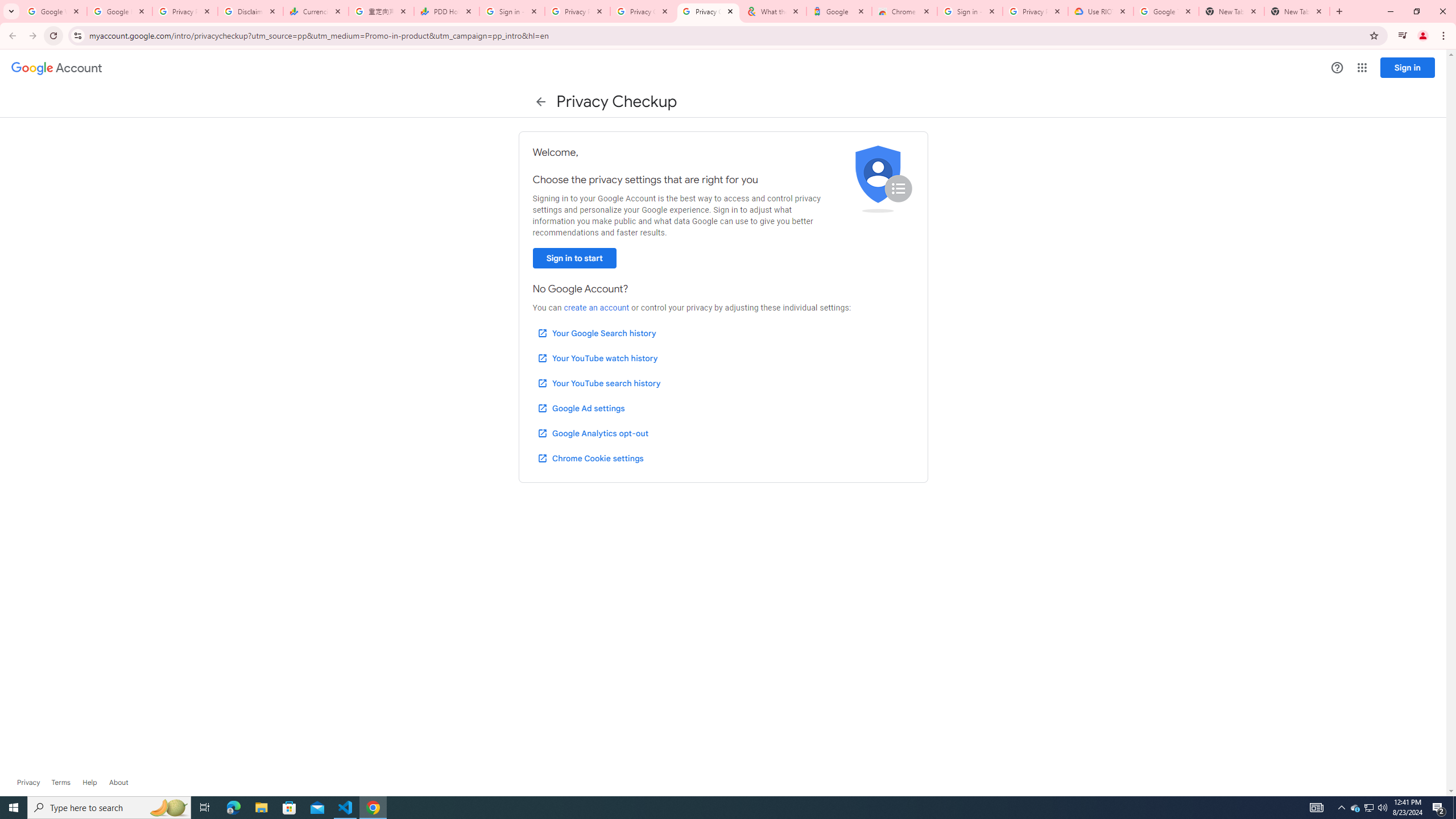 This screenshot has height=819, width=1456. What do you see at coordinates (56, 68) in the screenshot?
I see `'Google Account settings'` at bounding box center [56, 68].